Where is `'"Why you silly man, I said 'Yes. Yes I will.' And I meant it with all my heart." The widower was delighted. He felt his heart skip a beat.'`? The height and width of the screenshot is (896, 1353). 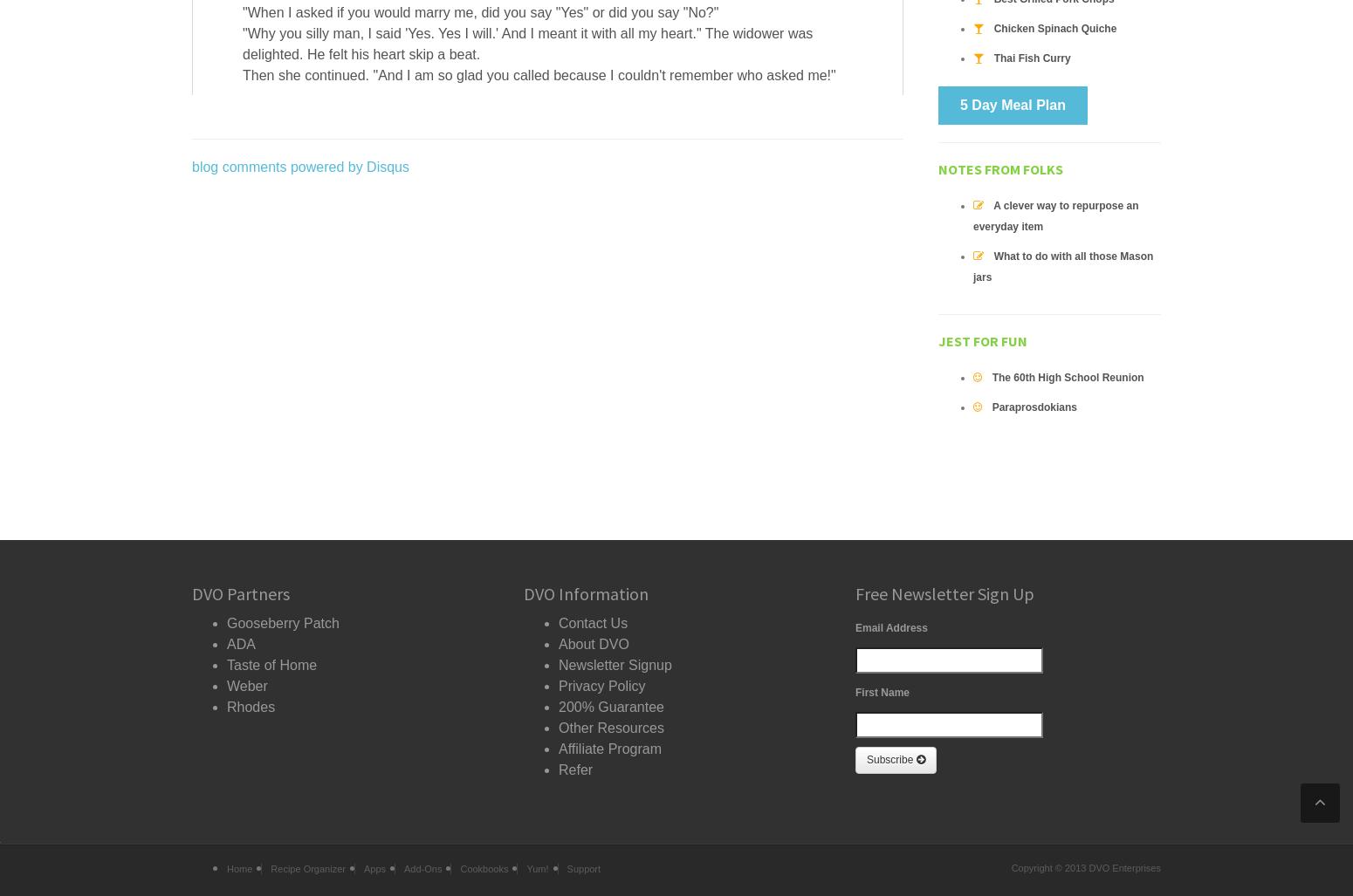 '"Why you silly man, I said 'Yes. Yes I will.' And I meant it with all my heart." The widower was delighted. He felt his heart skip a beat.' is located at coordinates (527, 44).